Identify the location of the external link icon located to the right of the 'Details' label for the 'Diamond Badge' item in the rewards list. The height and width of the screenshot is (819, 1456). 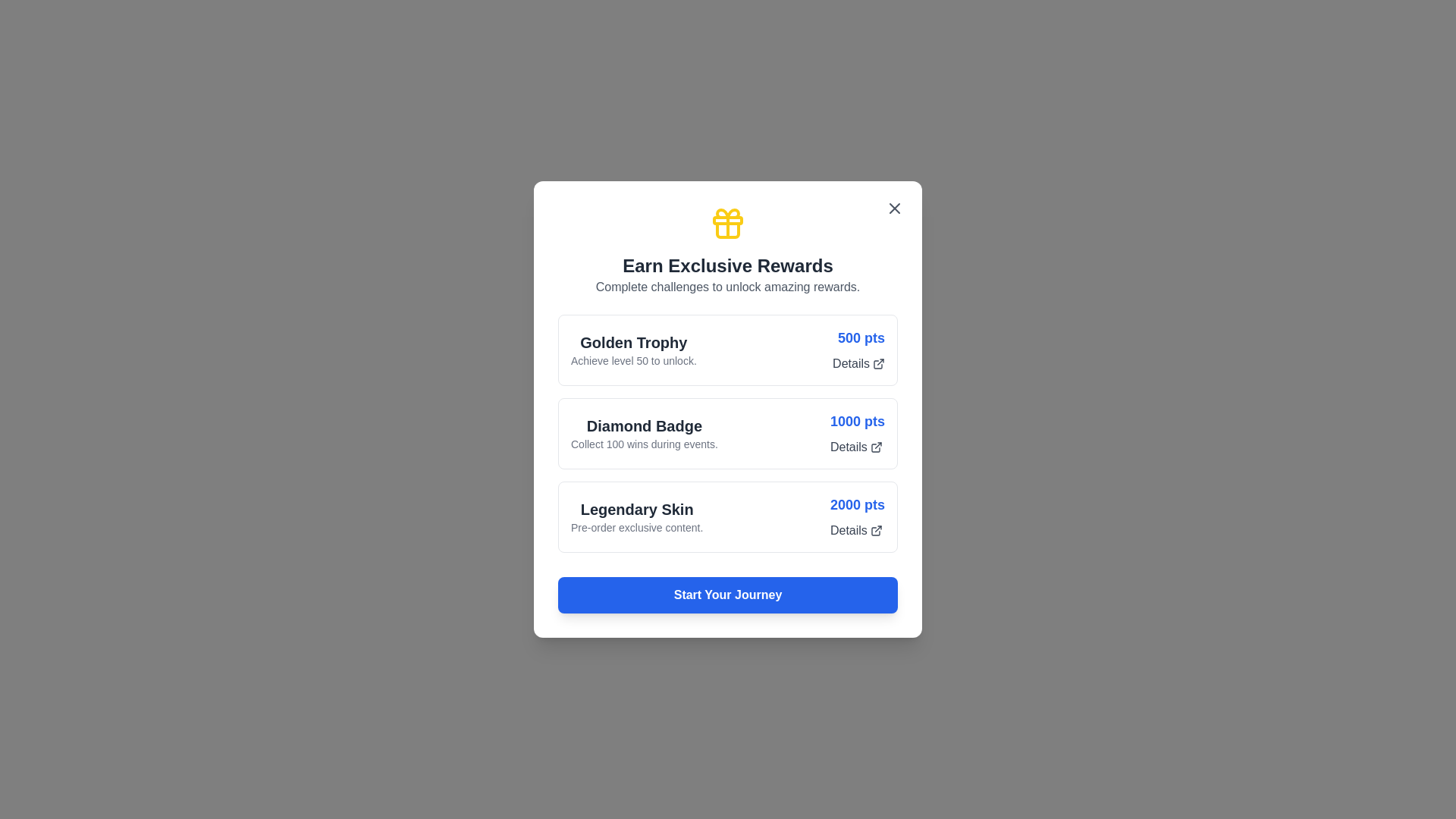
(876, 447).